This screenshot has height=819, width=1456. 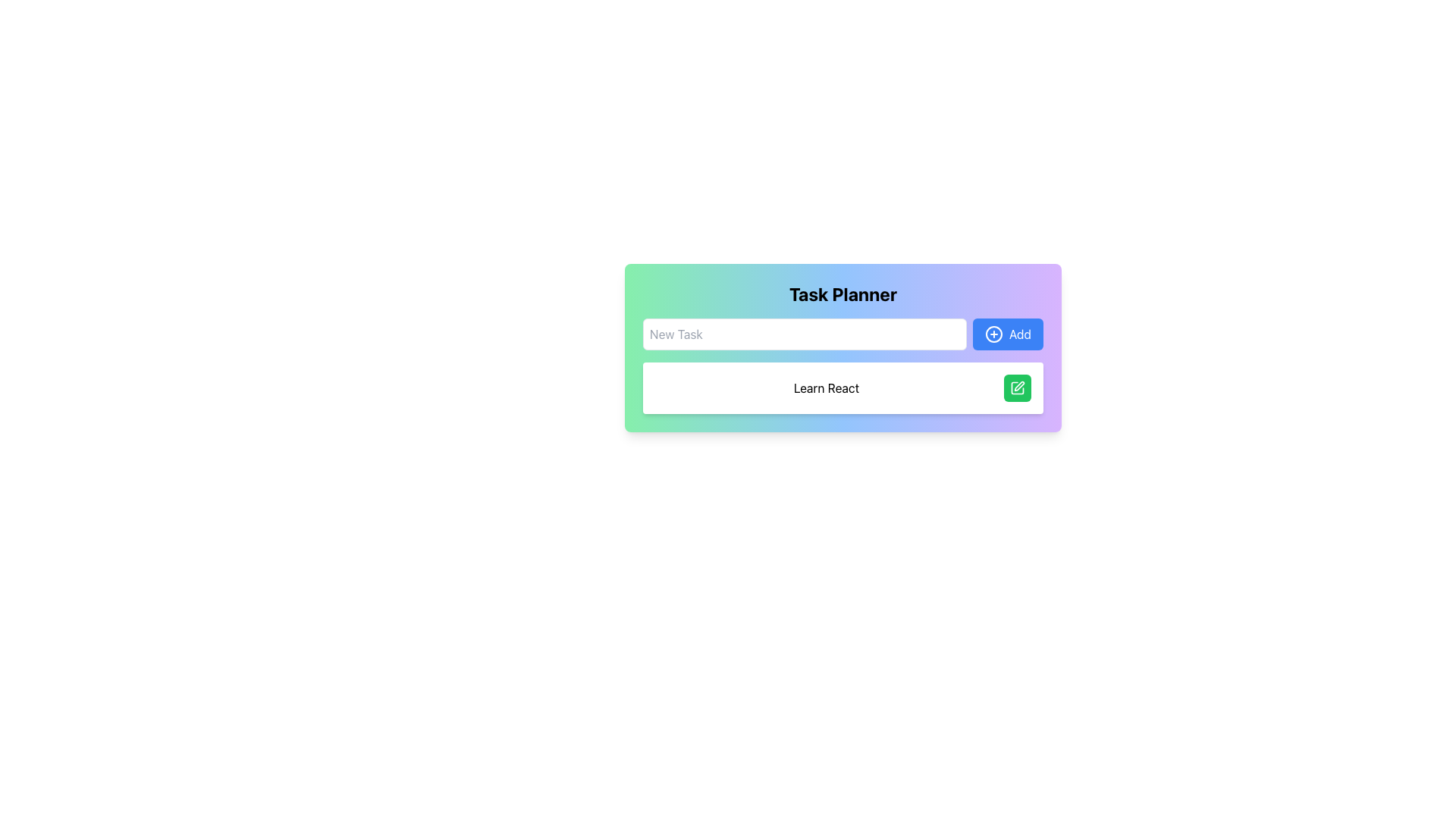 What do you see at coordinates (843, 388) in the screenshot?
I see `the 'Learn React' task item` at bounding box center [843, 388].